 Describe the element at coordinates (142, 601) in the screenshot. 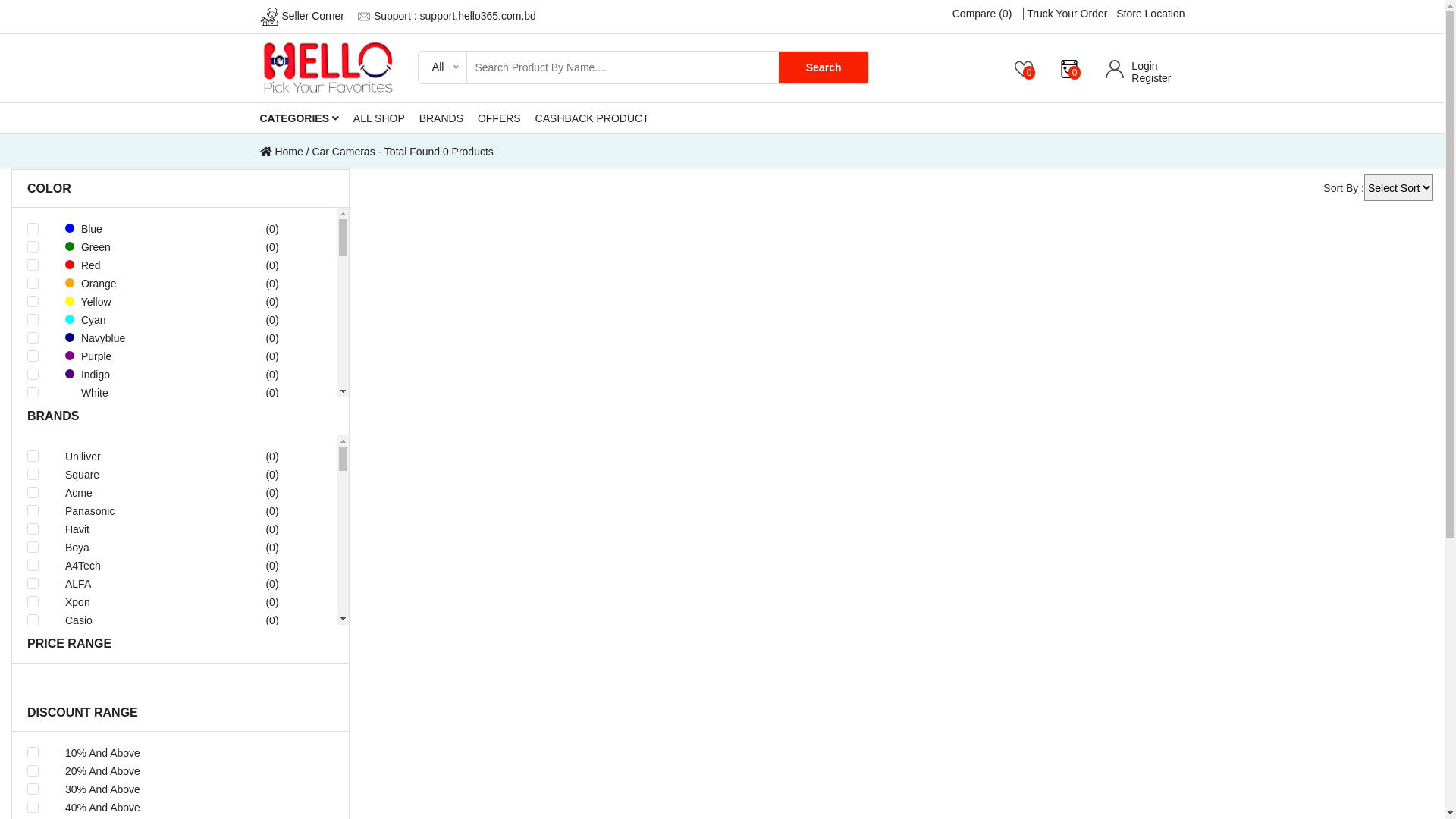

I see `'Xpon'` at that location.